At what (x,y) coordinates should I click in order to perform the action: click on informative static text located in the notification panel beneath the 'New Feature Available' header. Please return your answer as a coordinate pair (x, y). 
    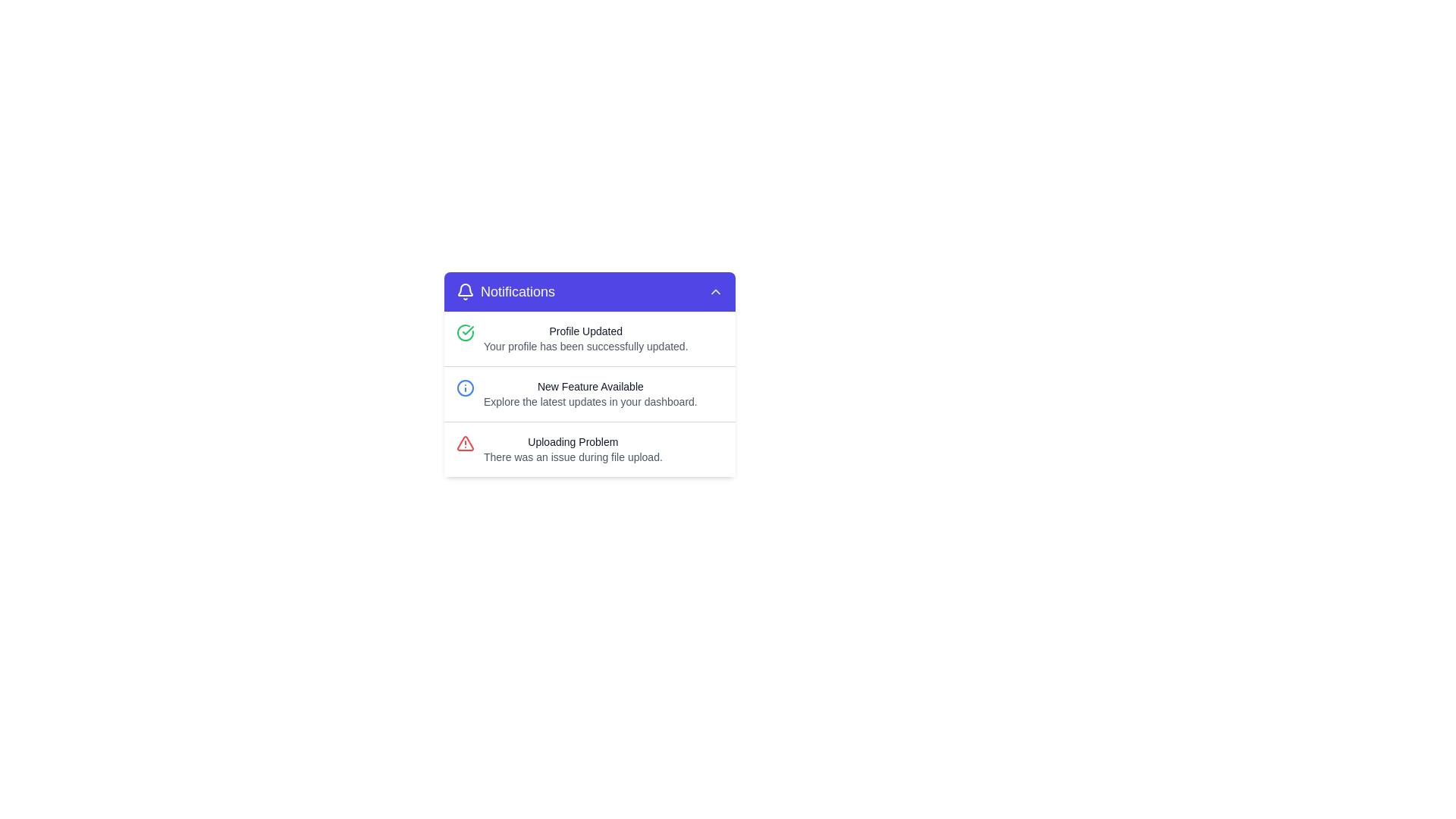
    Looking at the image, I should click on (589, 400).